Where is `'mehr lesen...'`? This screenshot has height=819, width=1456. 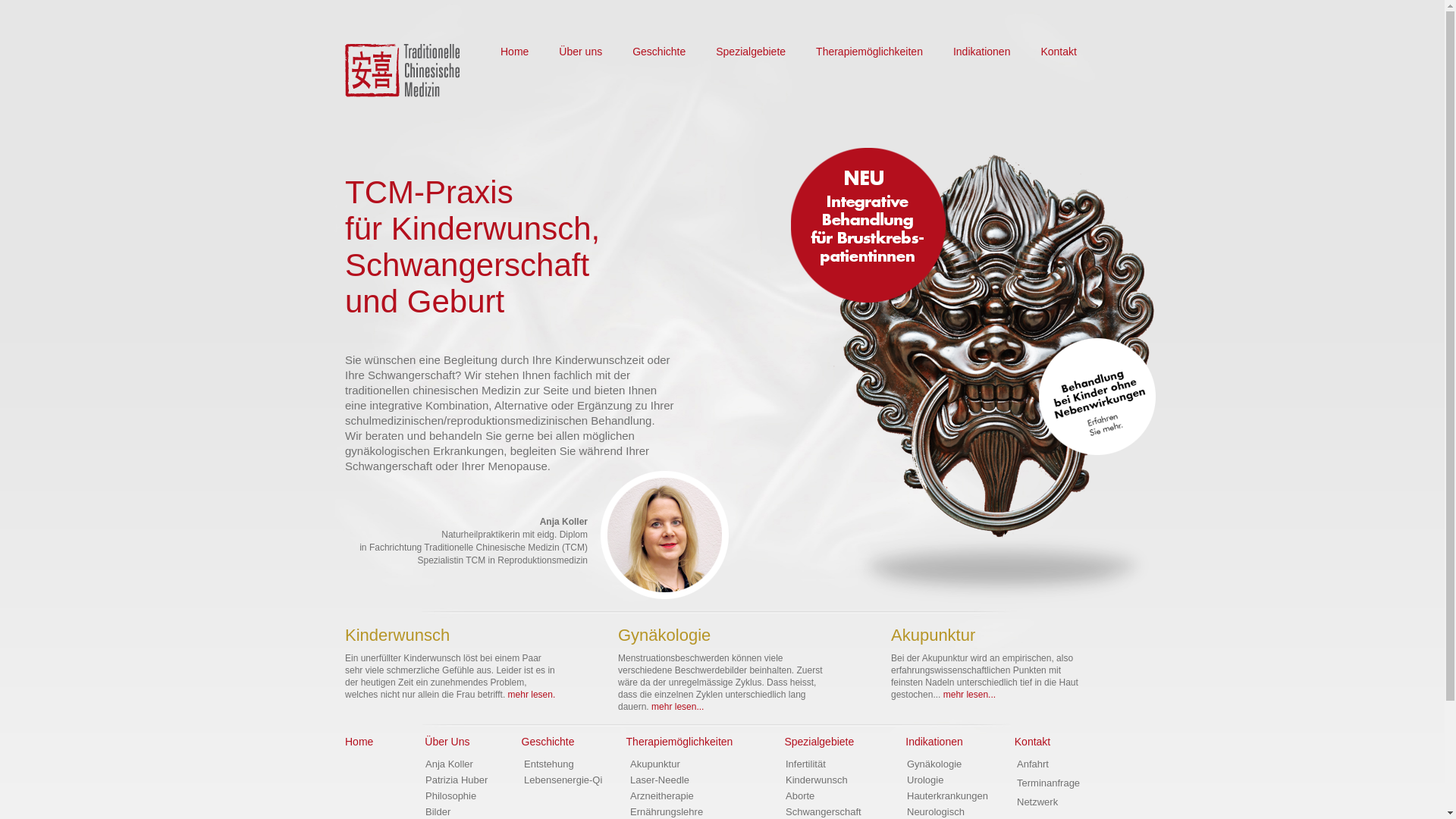
'mehr lesen...' is located at coordinates (676, 707).